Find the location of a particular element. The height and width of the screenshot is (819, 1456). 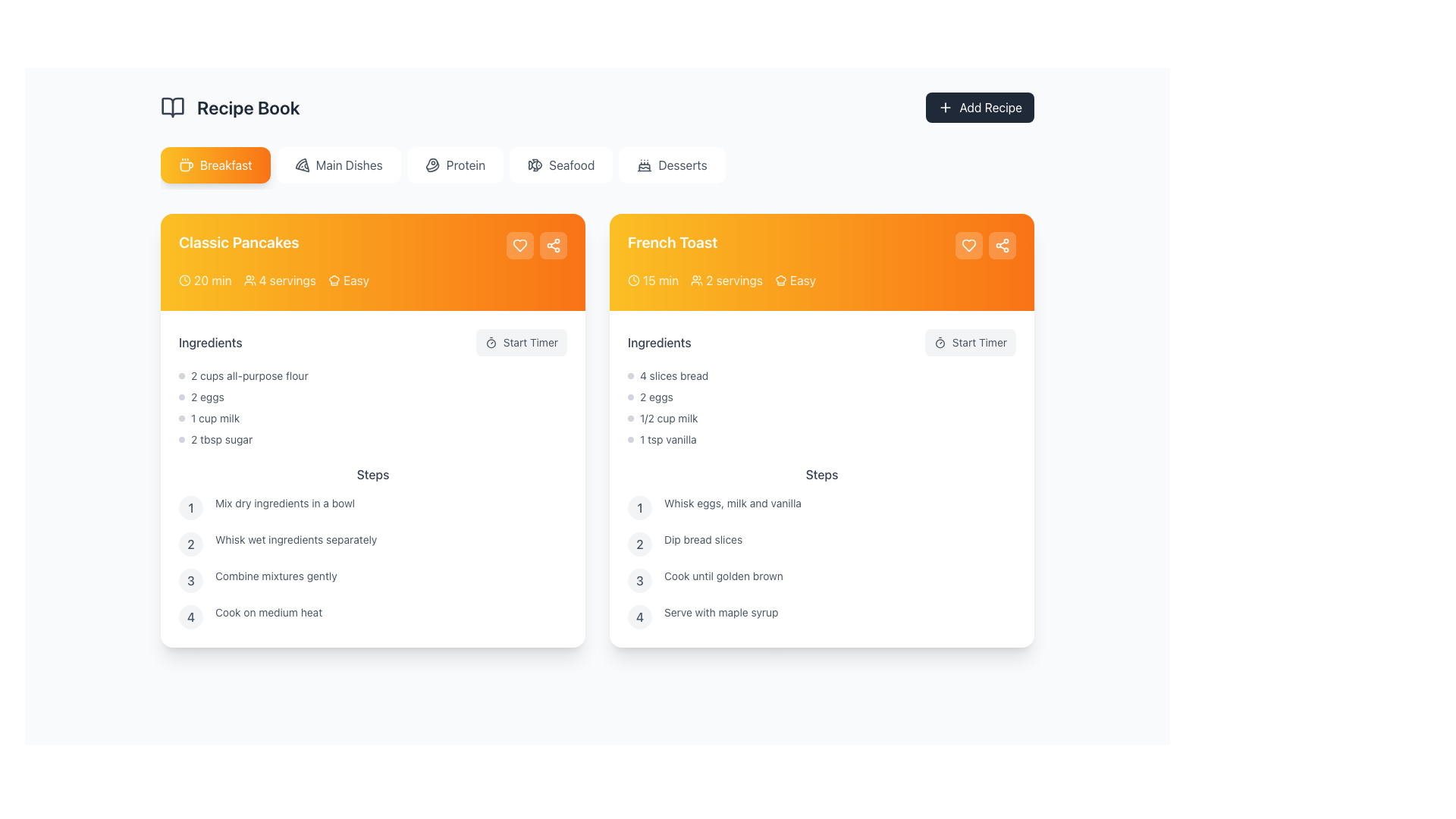

the static header label located at the top-left of the interface, positioned immediately to the right of an open book icon is located at coordinates (248, 107).